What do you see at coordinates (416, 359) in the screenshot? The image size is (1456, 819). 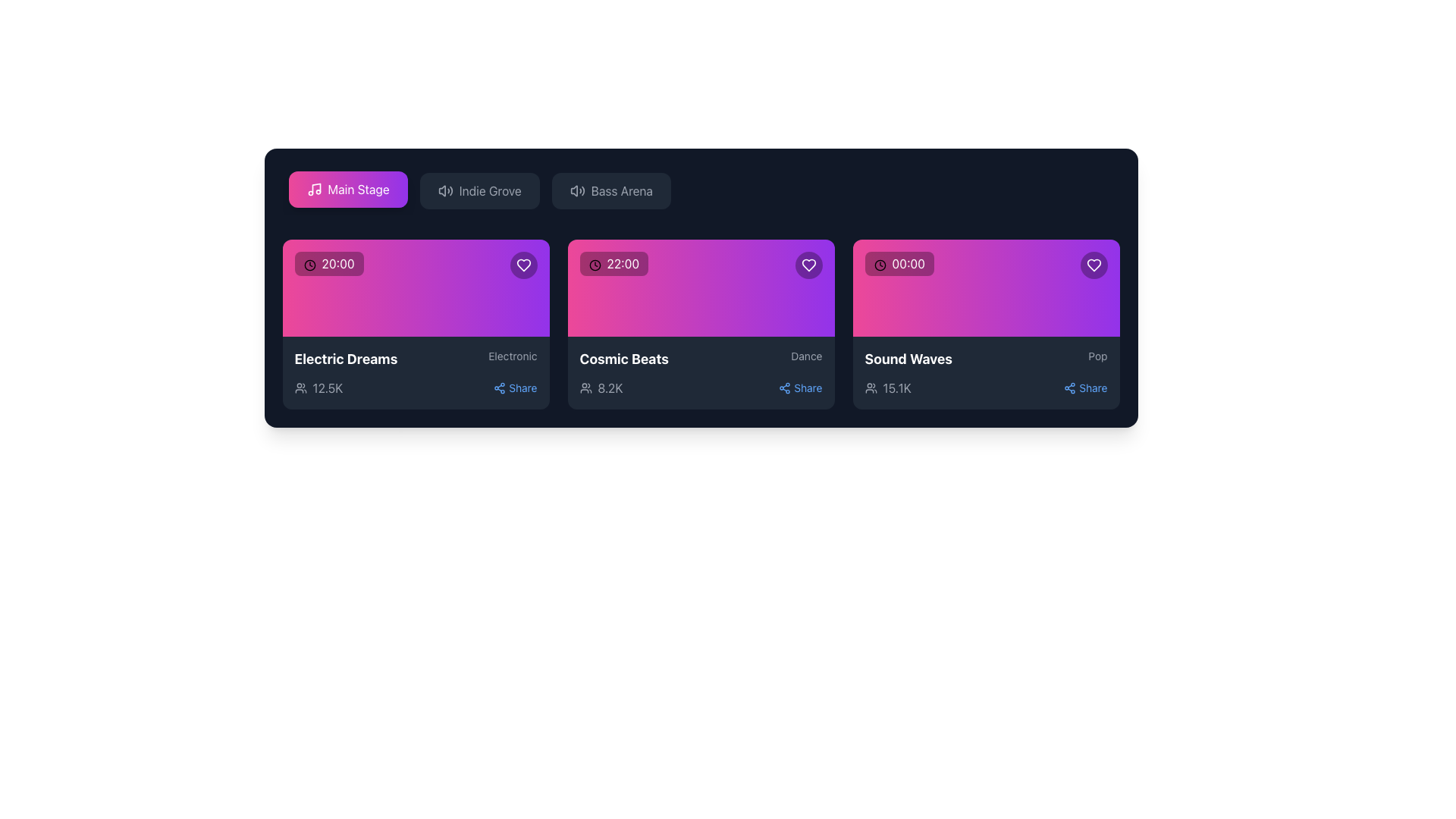 I see `the text block containing 'Electric Dreams' and 'Electronic' as part of the card's information located in the first card of a horizontally arranged set` at bounding box center [416, 359].